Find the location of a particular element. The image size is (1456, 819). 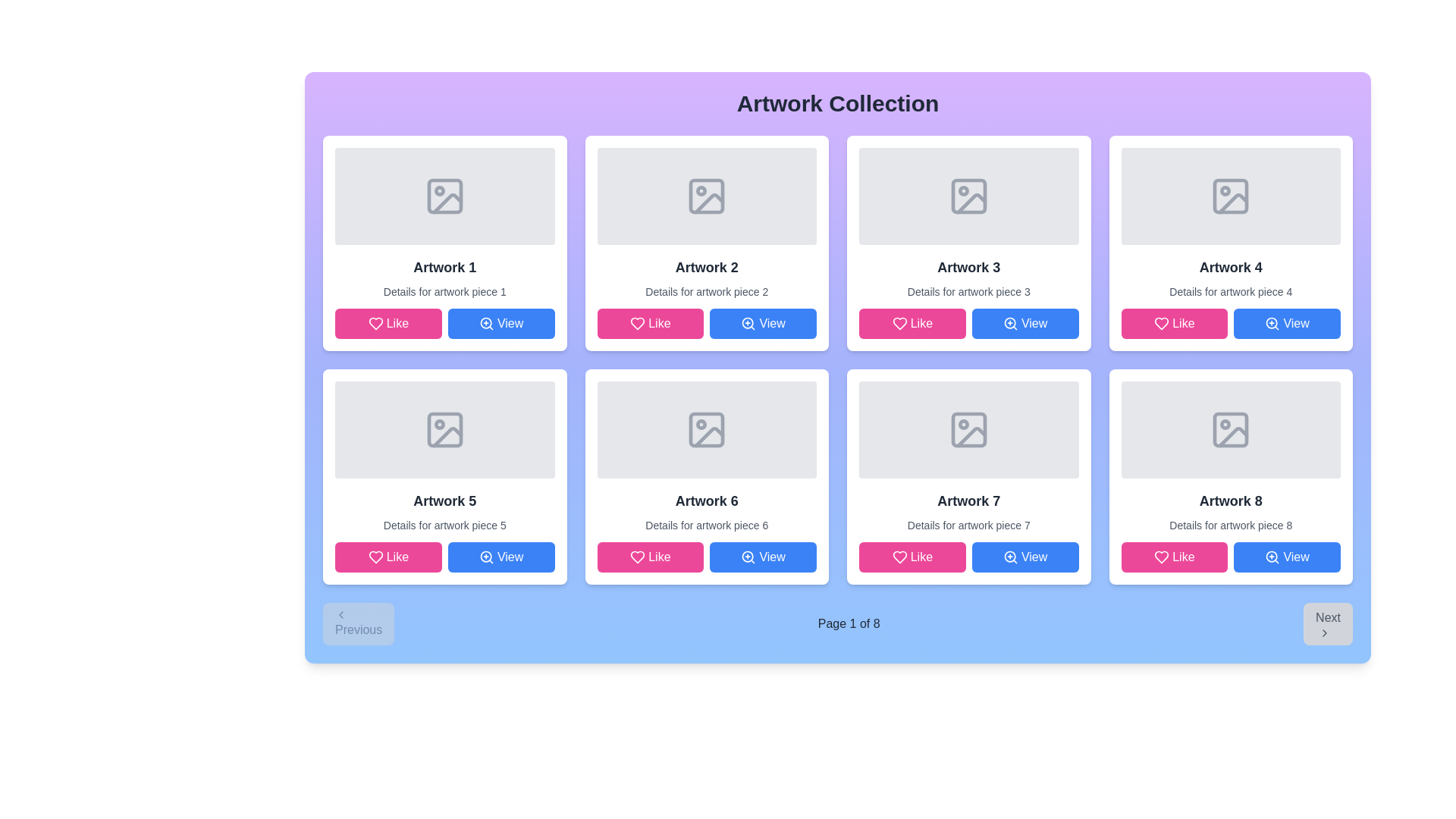

the gray rectangular Image Placeholder with an icon in the center, located at the top of the 'Artwork 7' card is located at coordinates (968, 430).